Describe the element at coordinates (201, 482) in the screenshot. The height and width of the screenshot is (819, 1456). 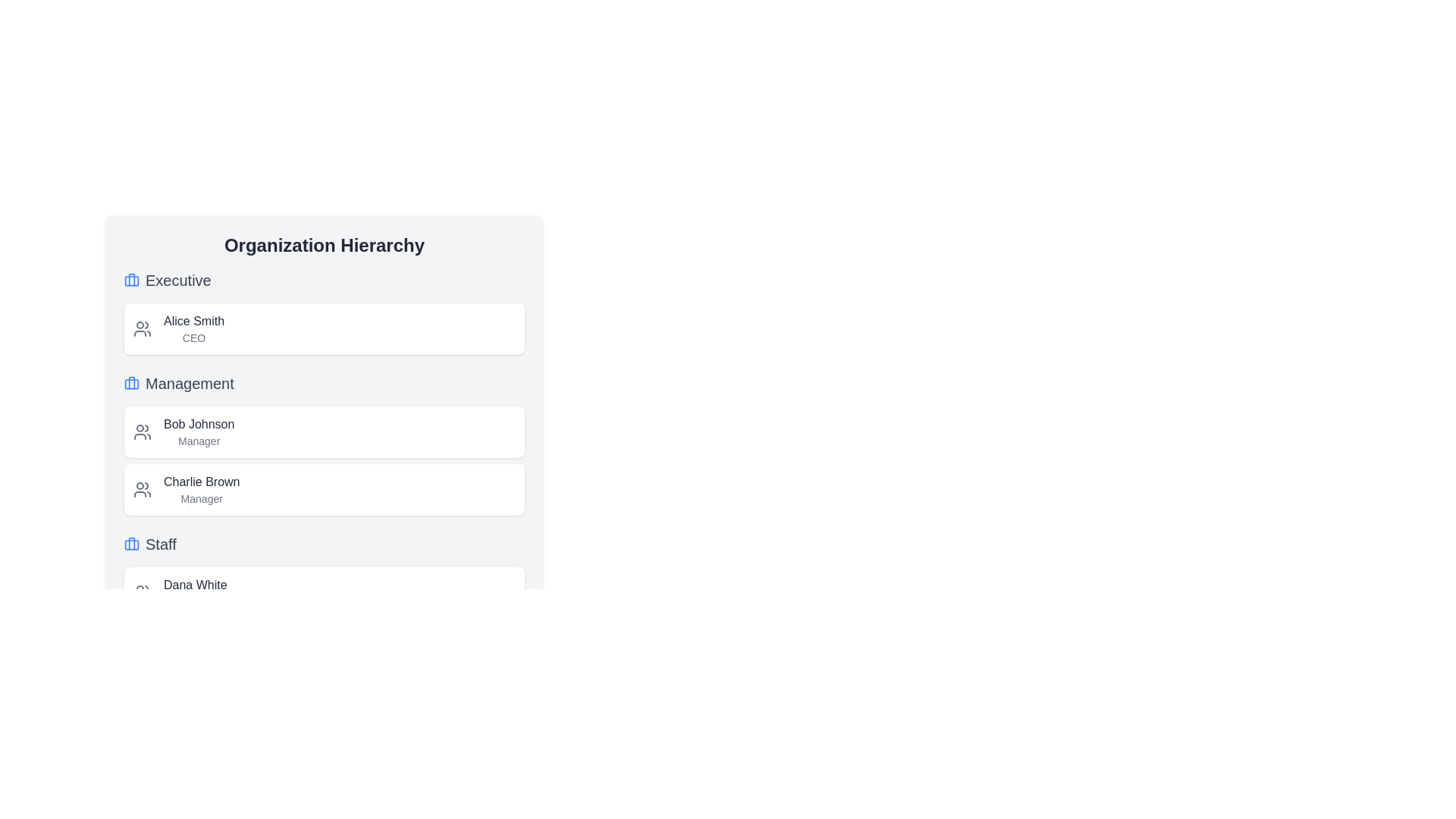
I see `the text element displaying 'Charlie Brown' in the Management section` at that location.